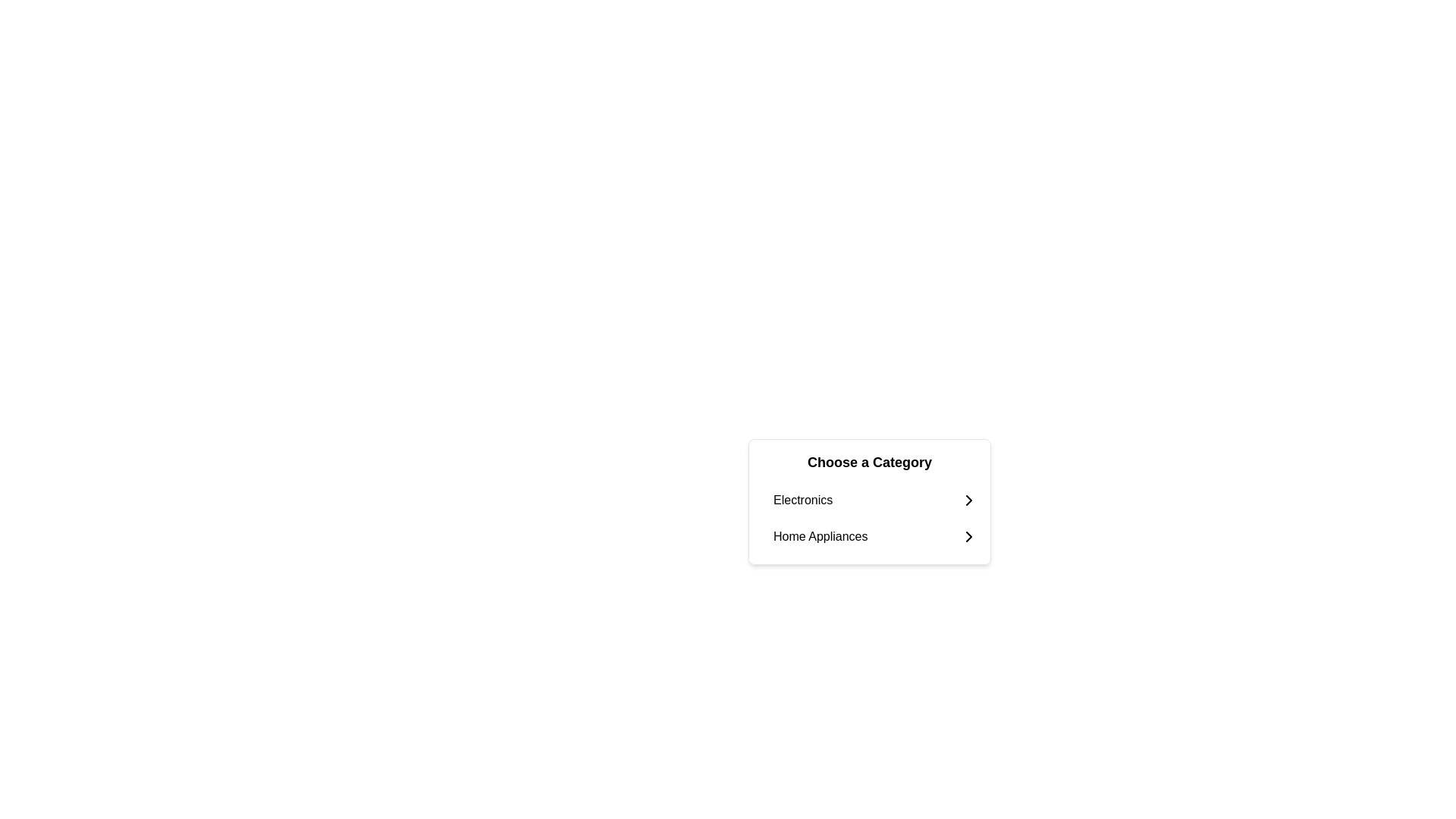 Image resolution: width=1456 pixels, height=819 pixels. What do you see at coordinates (968, 536) in the screenshot?
I see `the right-facing chevron icon in the 'Choose a Category' menu` at bounding box center [968, 536].